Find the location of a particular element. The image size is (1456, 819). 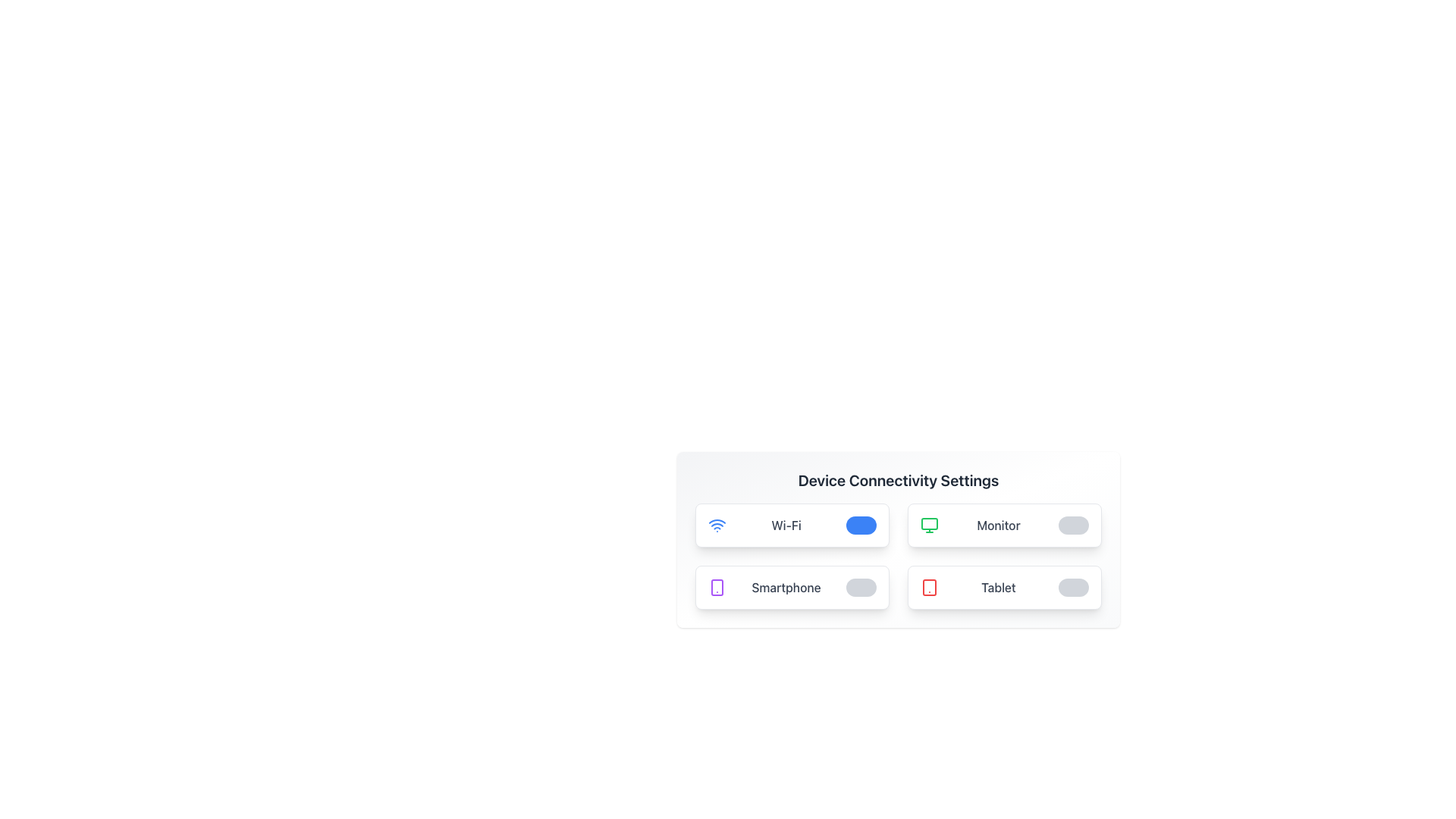

the Wi-Fi connectivity descriptor label located in the first section of the connectivity settings interface, adjacent to the Wi-Fi icon and the toggle switch is located at coordinates (786, 525).